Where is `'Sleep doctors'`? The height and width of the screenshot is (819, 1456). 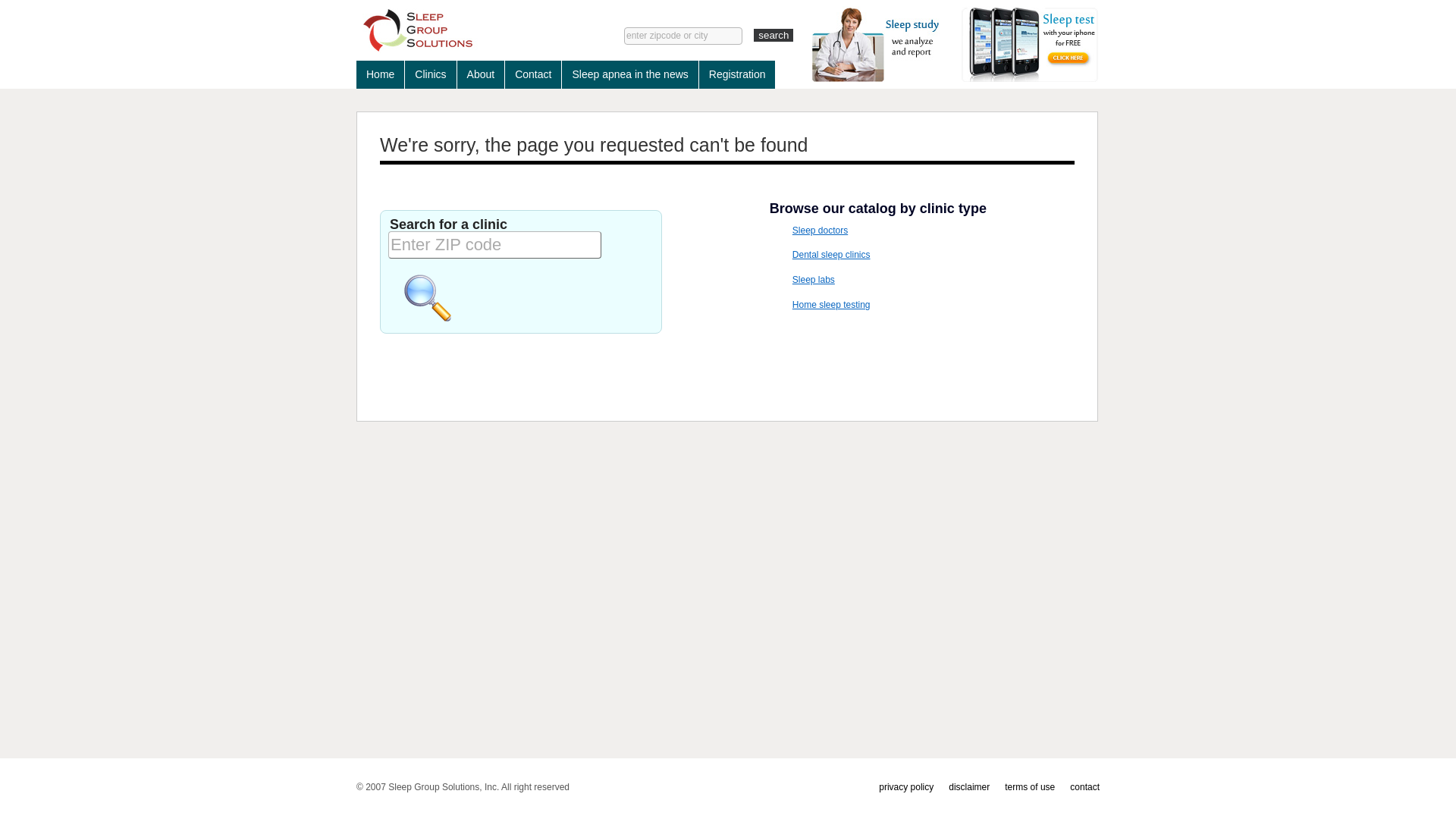
'Sleep doctors' is located at coordinates (819, 231).